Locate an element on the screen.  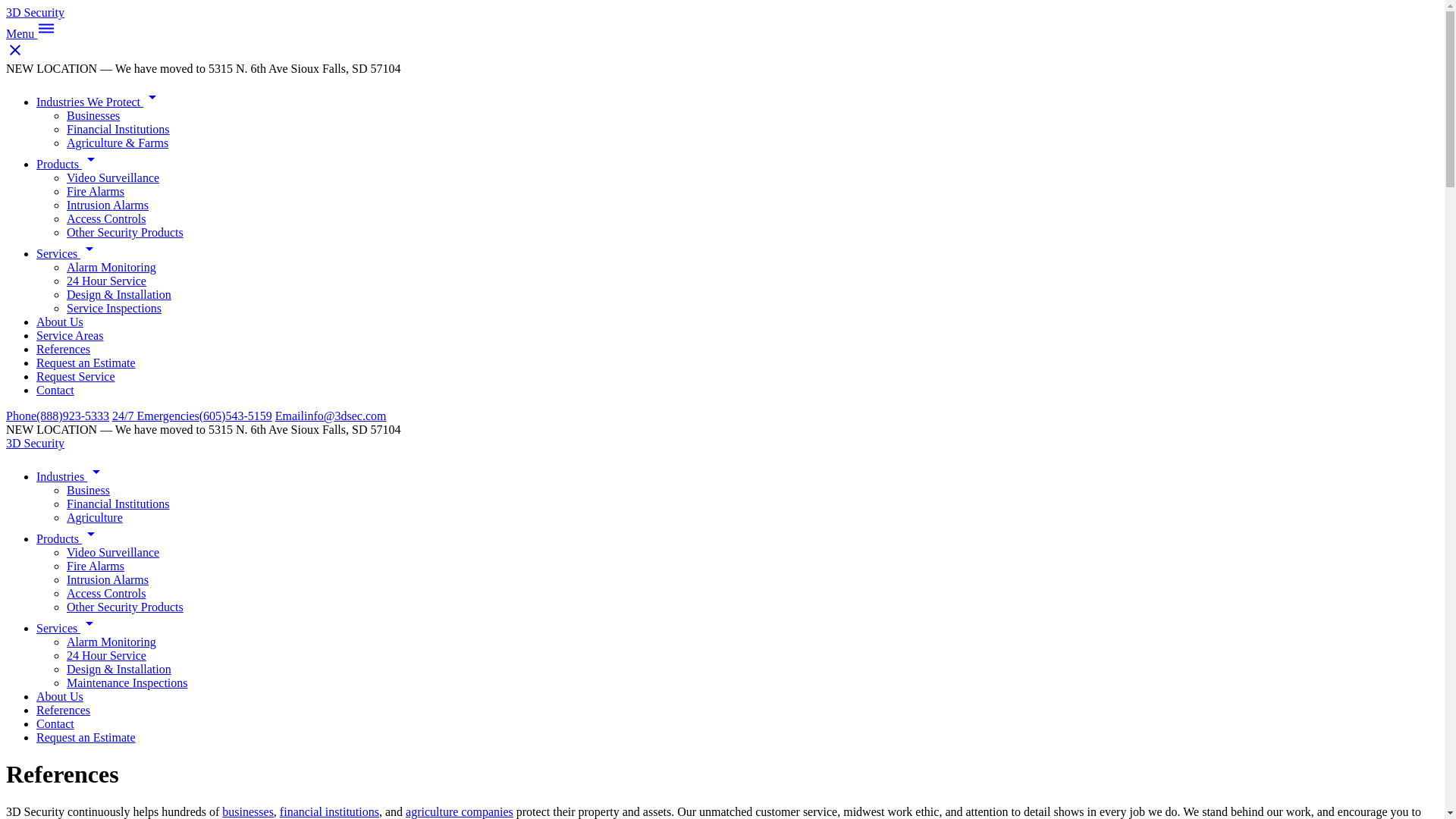
'Other Security Products' is located at coordinates (124, 606).